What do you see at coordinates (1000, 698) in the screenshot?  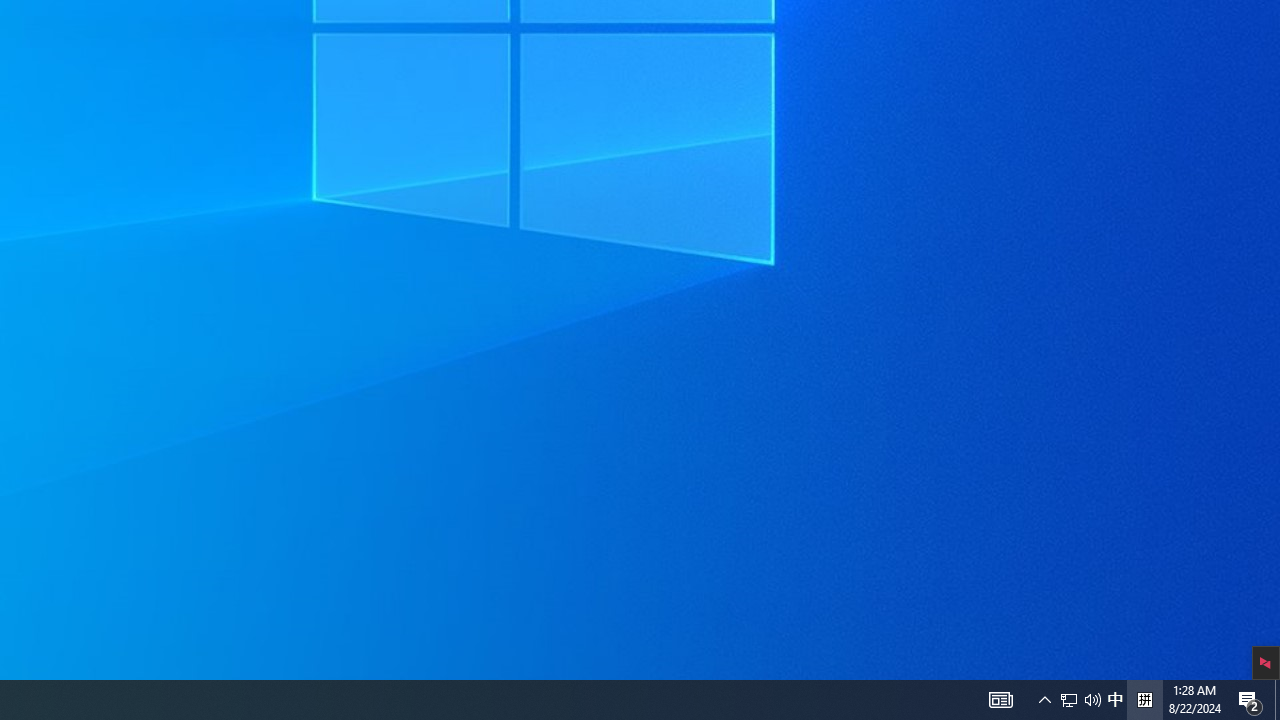 I see `'AutomationID: 4105'` at bounding box center [1000, 698].